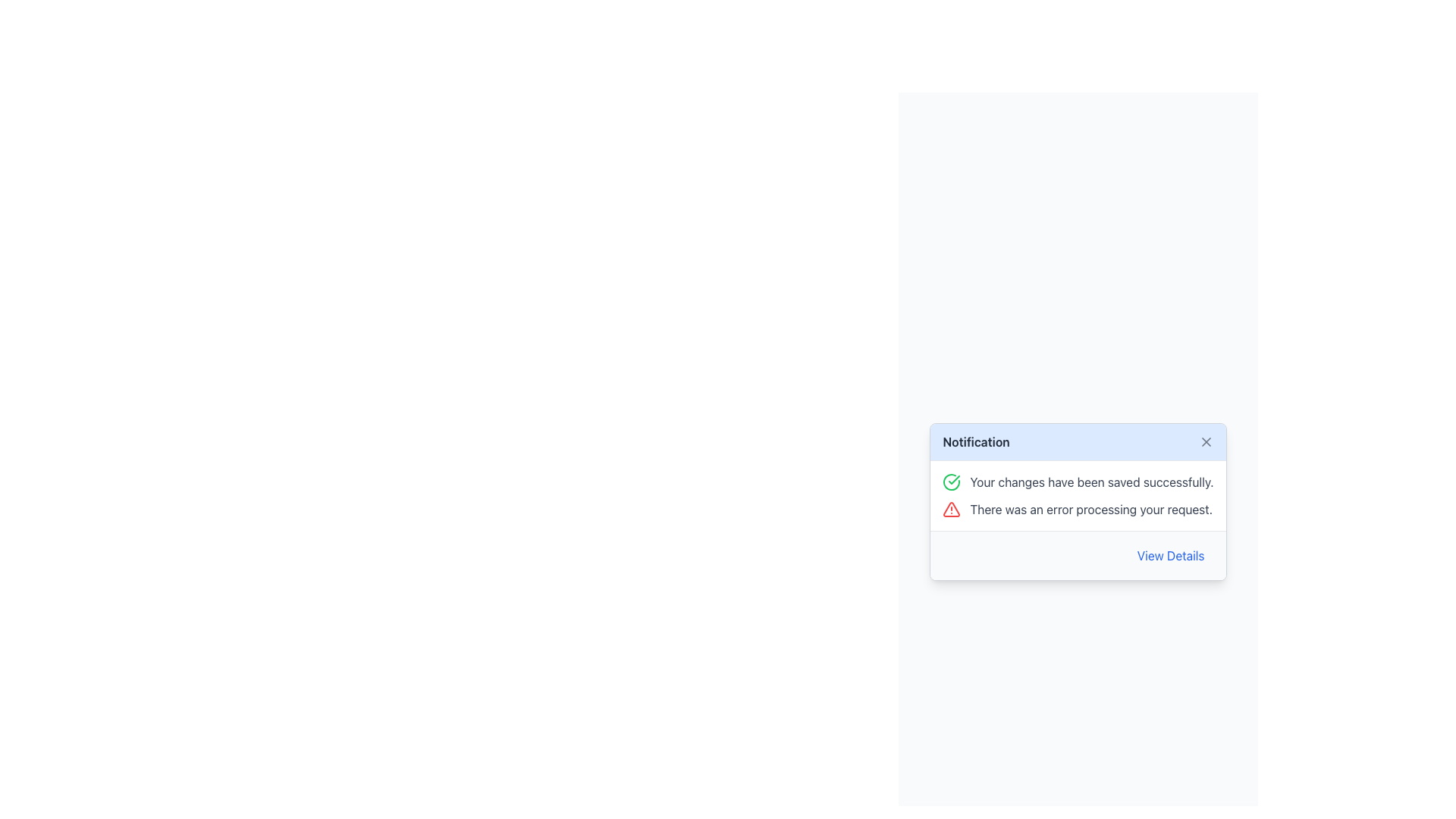 This screenshot has height=819, width=1456. I want to click on the static text notification that says 'Your changes have been saved successfully.', so click(1092, 482).